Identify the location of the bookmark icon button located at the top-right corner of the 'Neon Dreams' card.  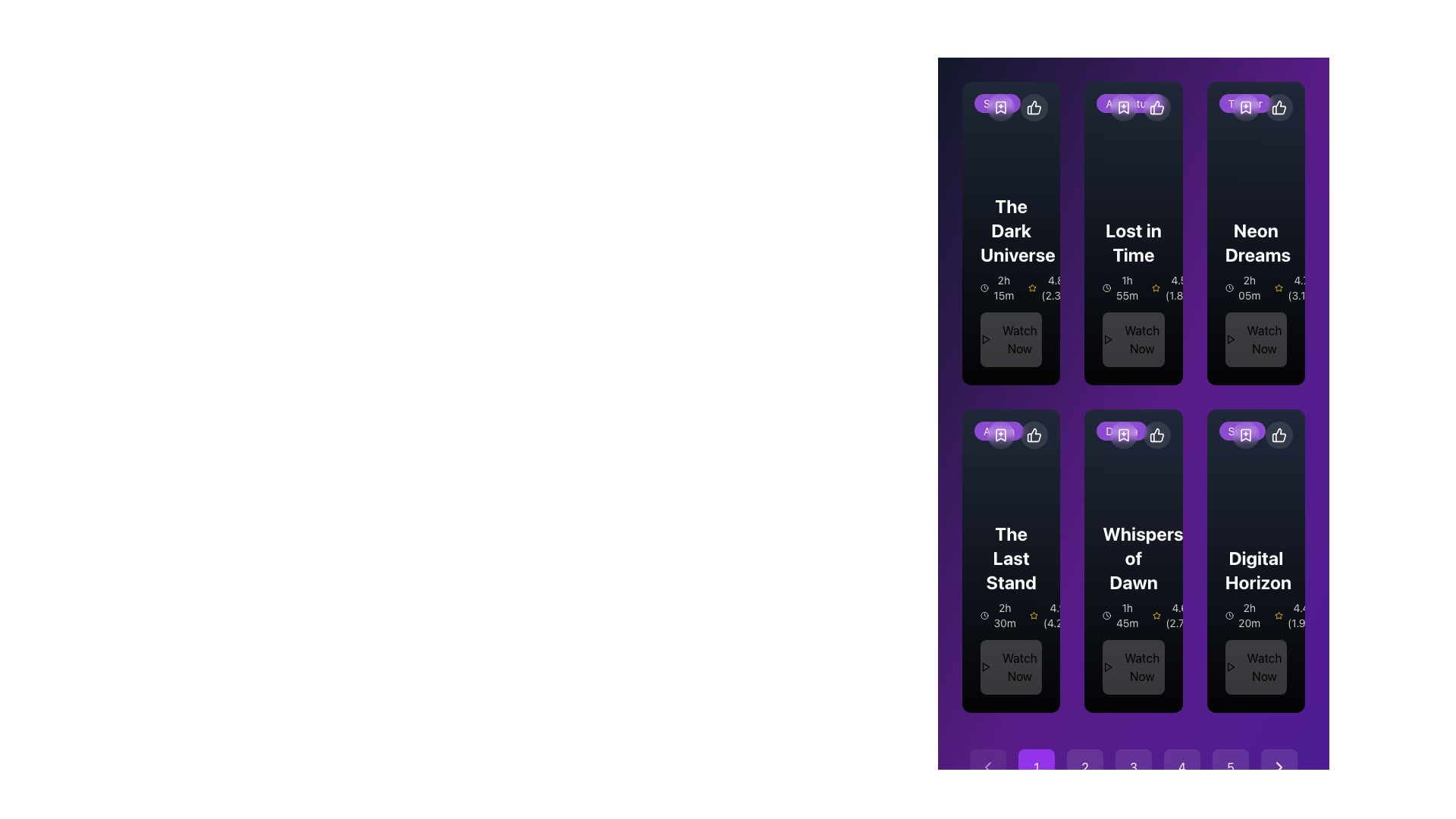
(1245, 107).